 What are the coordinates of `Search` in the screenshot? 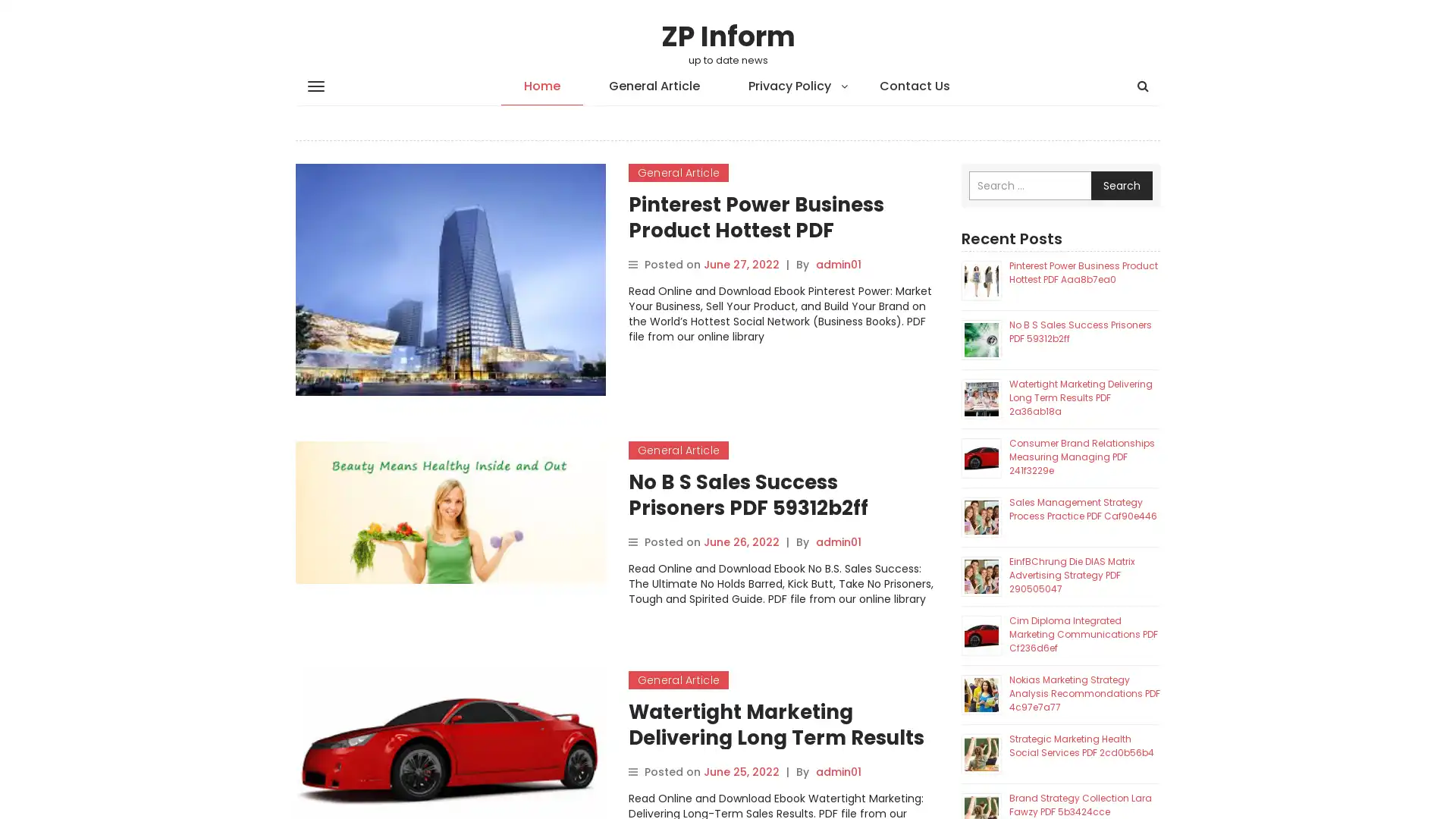 It's located at (1122, 185).